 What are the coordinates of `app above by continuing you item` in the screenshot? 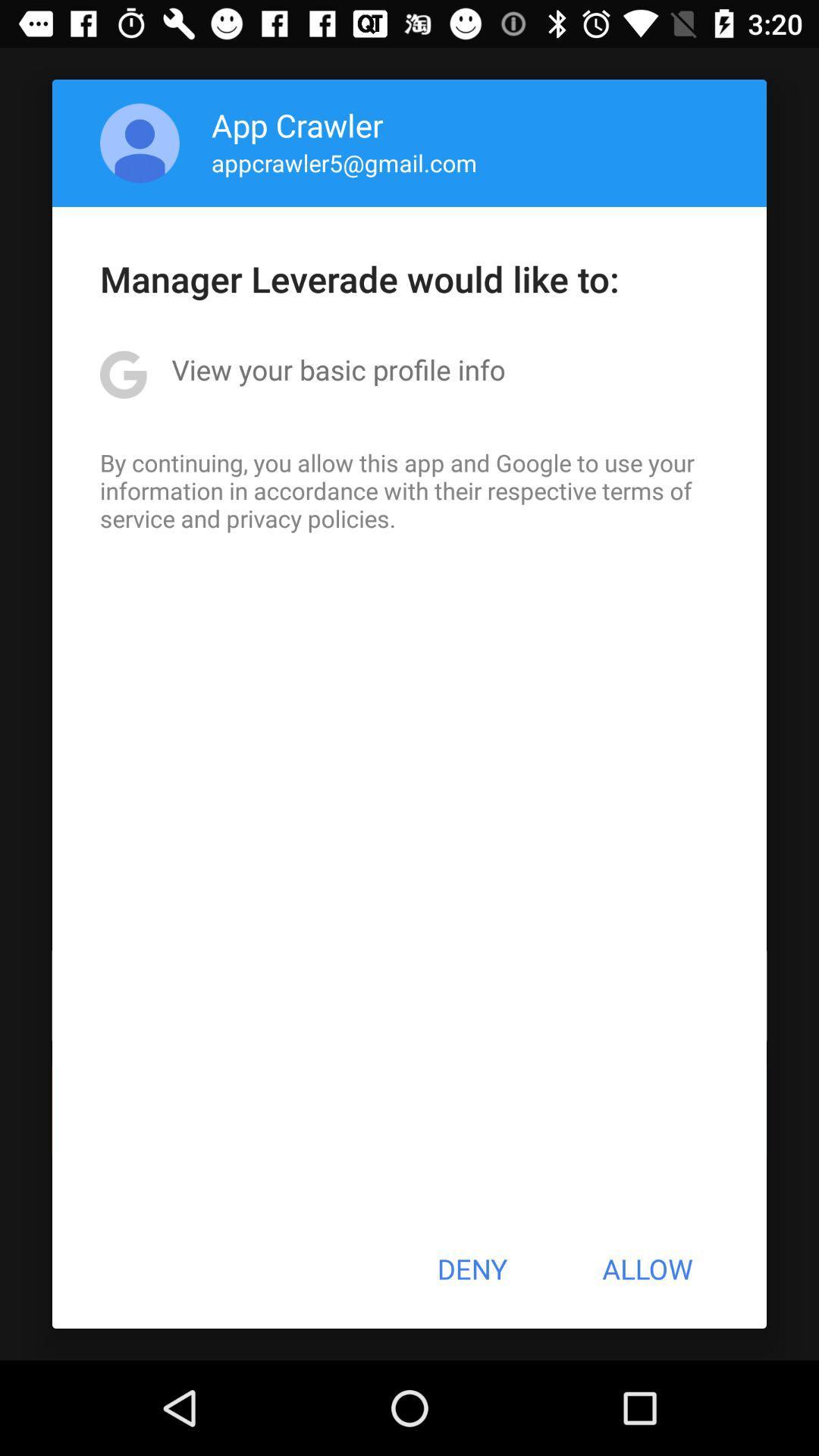 It's located at (337, 369).